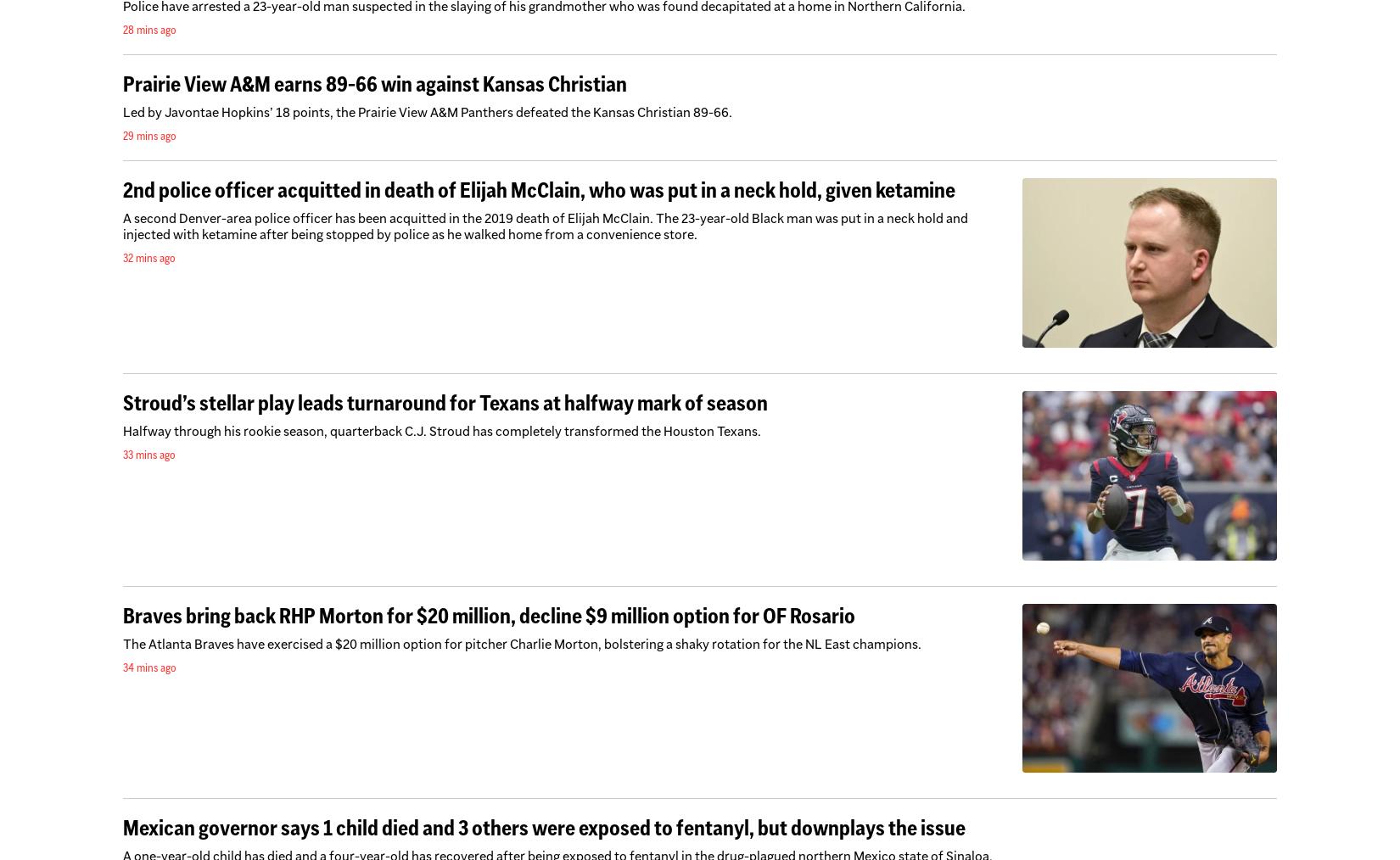 The image size is (1400, 860). Describe the element at coordinates (374, 83) in the screenshot. I see `'Prairie View A&M earns 89-66 win against Kansas Christian'` at that location.